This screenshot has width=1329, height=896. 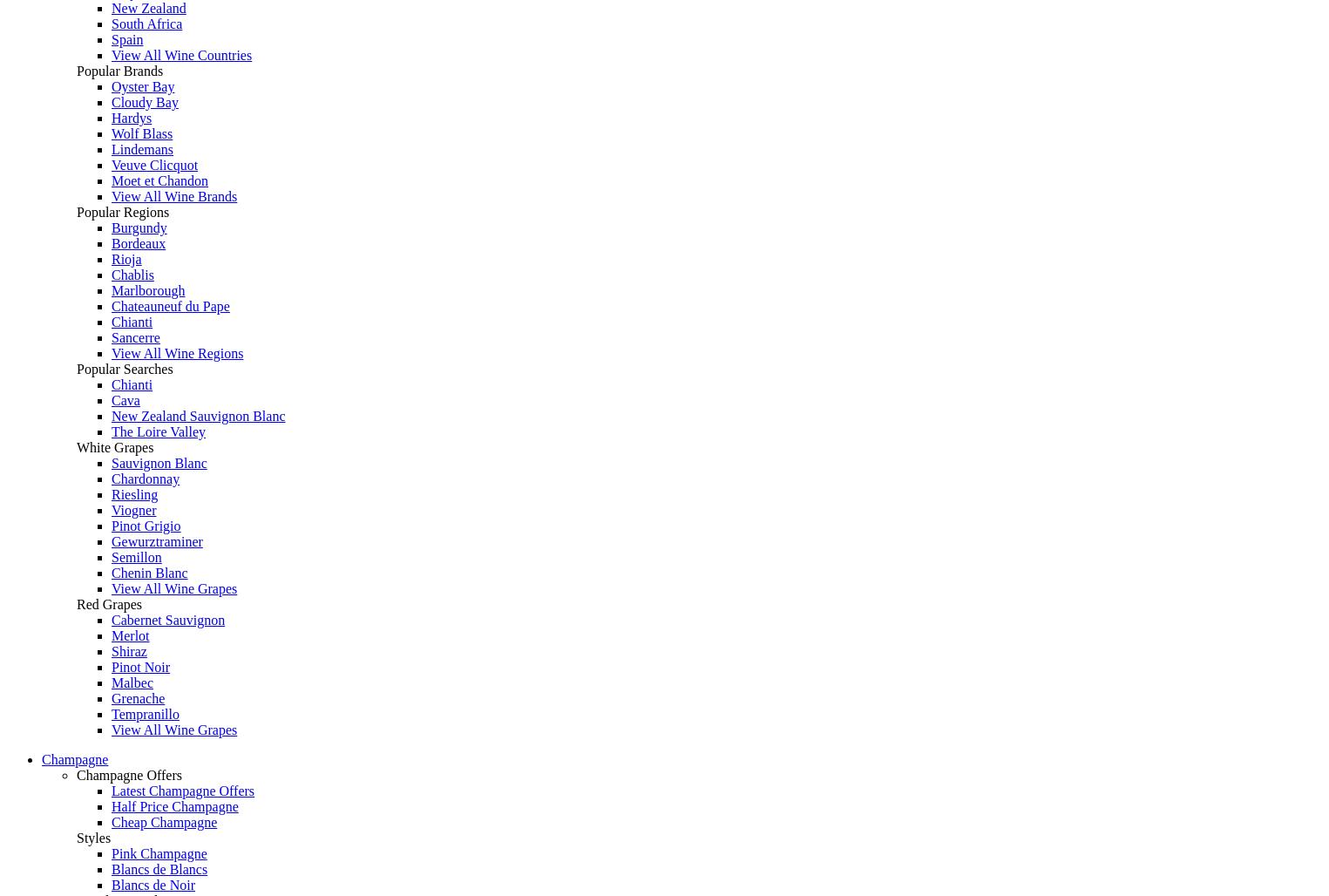 I want to click on 'Cheap Champagne', so click(x=164, y=822).